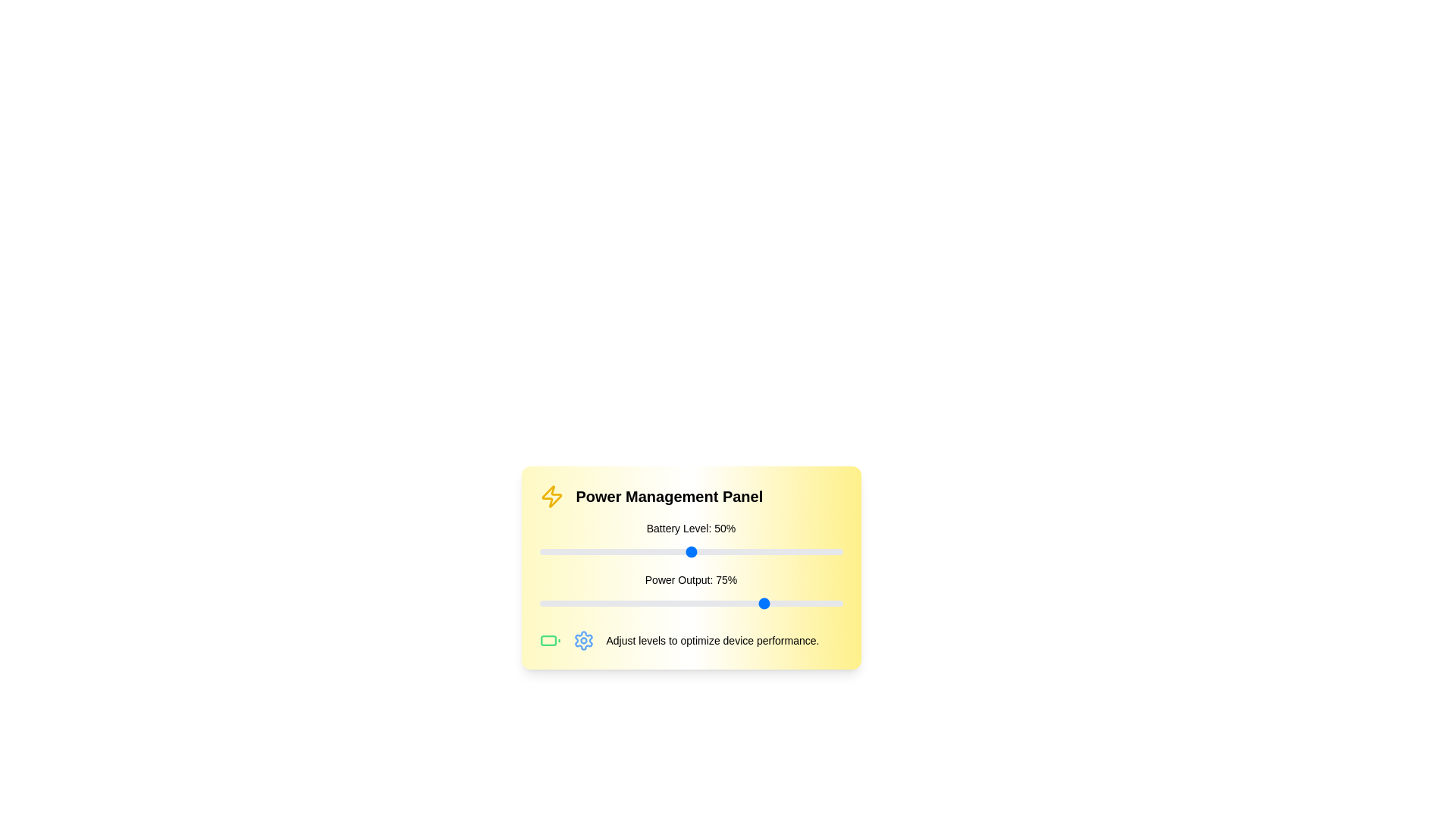 The width and height of the screenshot is (1456, 819). What do you see at coordinates (742, 602) in the screenshot?
I see `the 'Power Output' slider to 67%` at bounding box center [742, 602].